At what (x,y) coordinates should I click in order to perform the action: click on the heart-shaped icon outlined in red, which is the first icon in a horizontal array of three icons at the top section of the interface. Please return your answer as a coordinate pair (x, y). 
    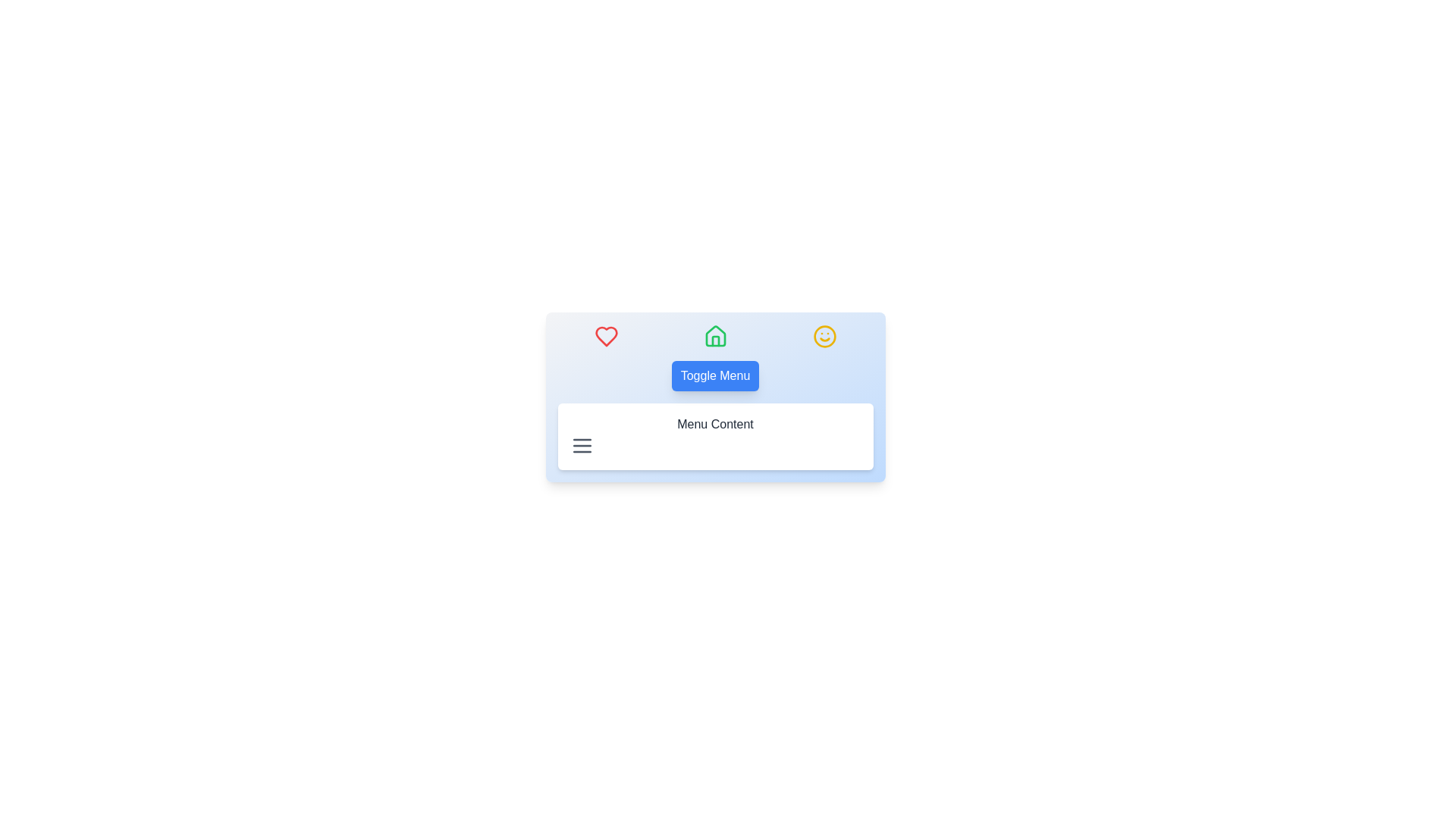
    Looking at the image, I should click on (605, 335).